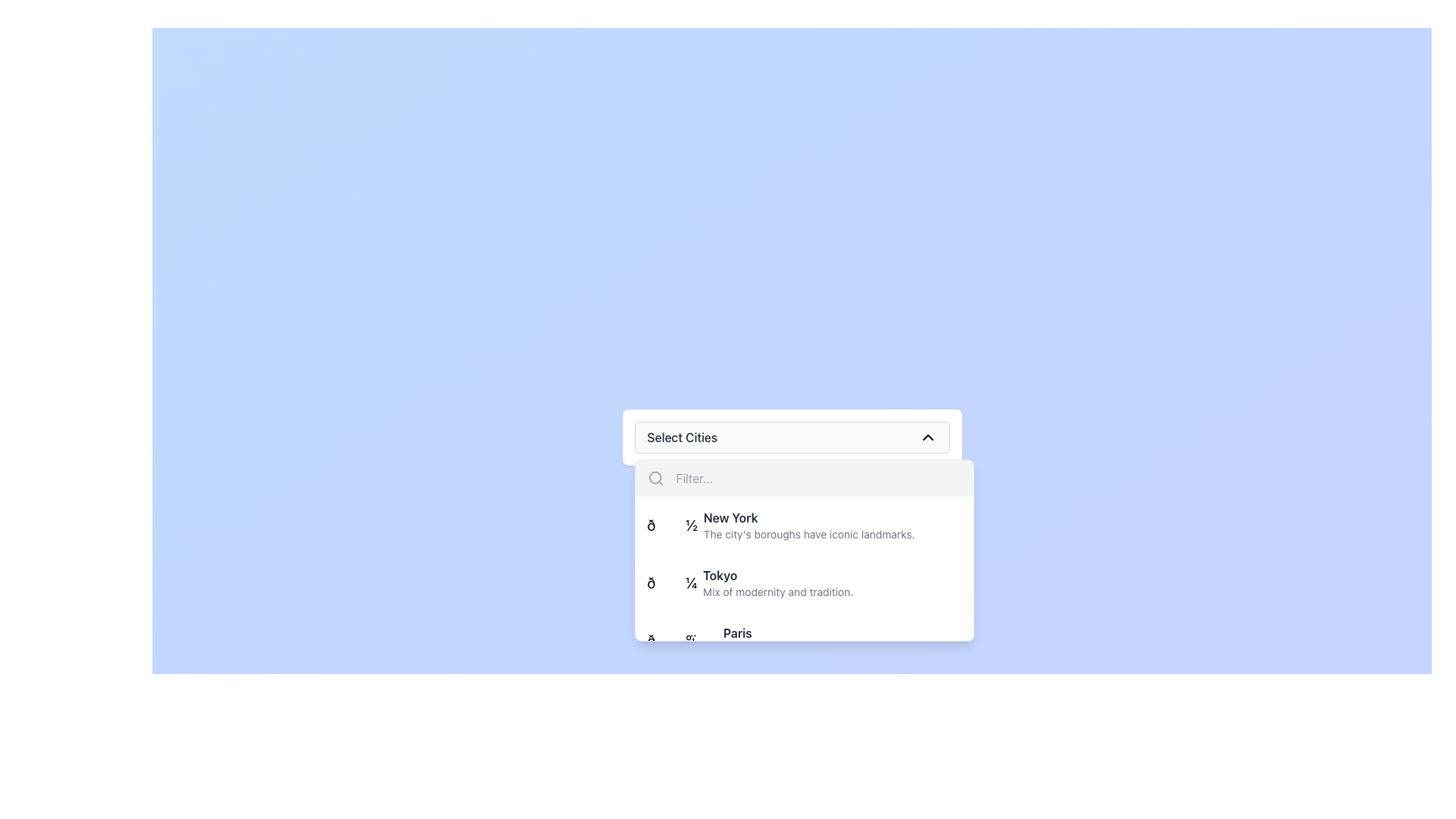 The width and height of the screenshot is (1456, 819). I want to click on the first list item in the dropdown under 'Select Cities', which contains an emoji and the title 'New York' with the description 'The city's boroughs have iconic landmarks.', so click(780, 525).